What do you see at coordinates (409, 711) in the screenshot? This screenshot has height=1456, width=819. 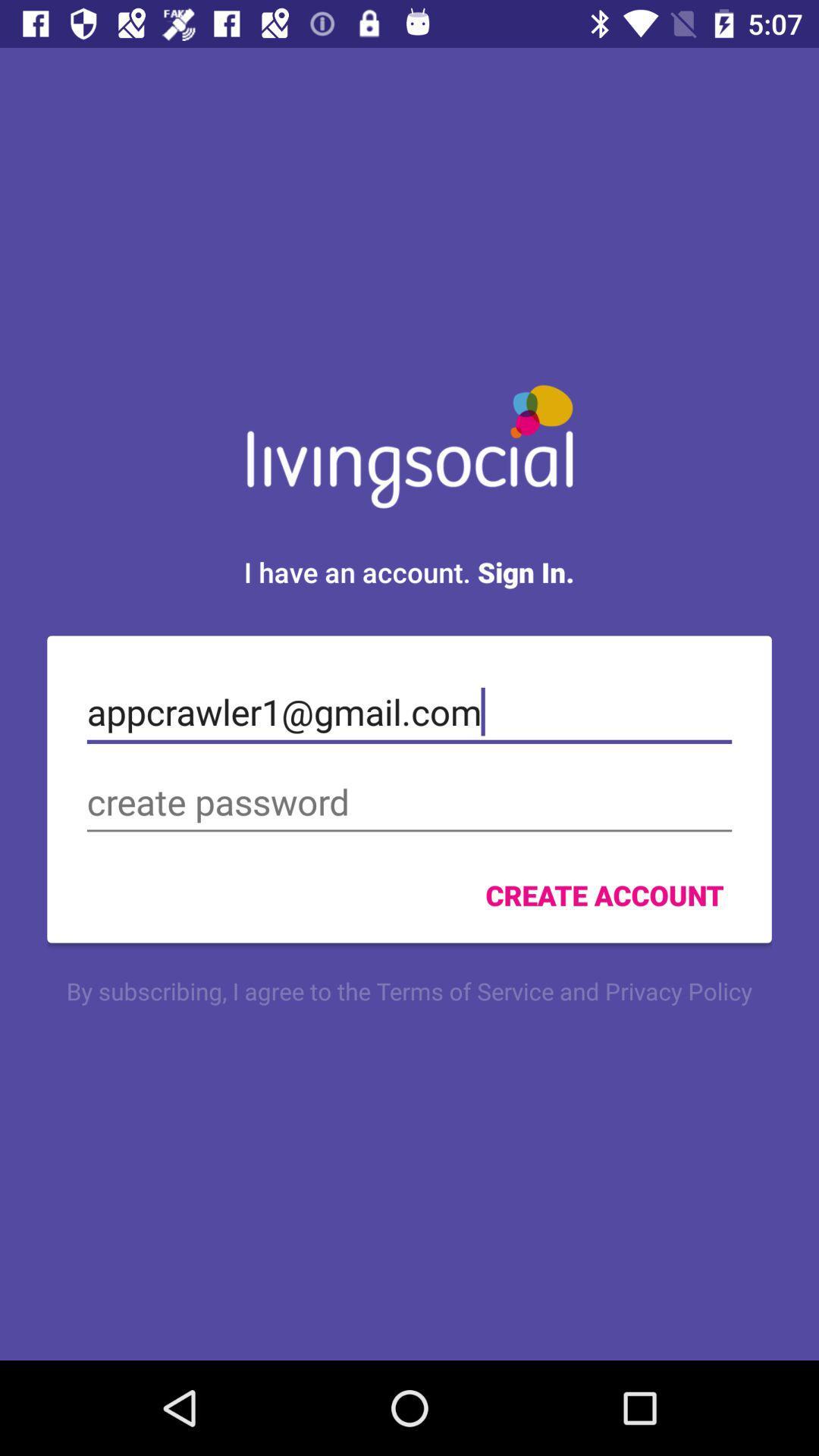 I see `the appcrawler1@gmail.com item` at bounding box center [409, 711].